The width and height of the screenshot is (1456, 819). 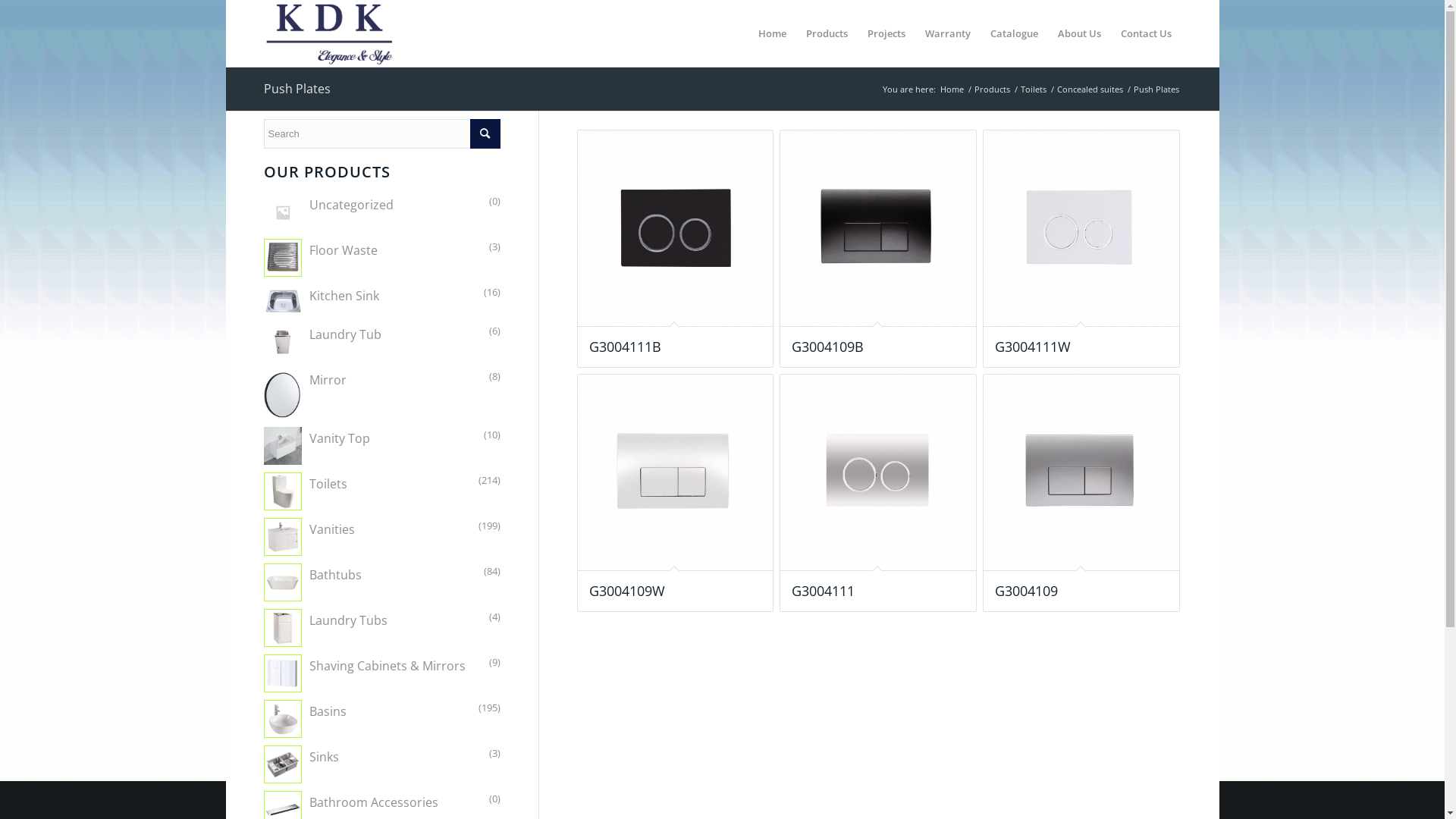 I want to click on 'Shaving Cabinets & Mirrors', so click(x=364, y=672).